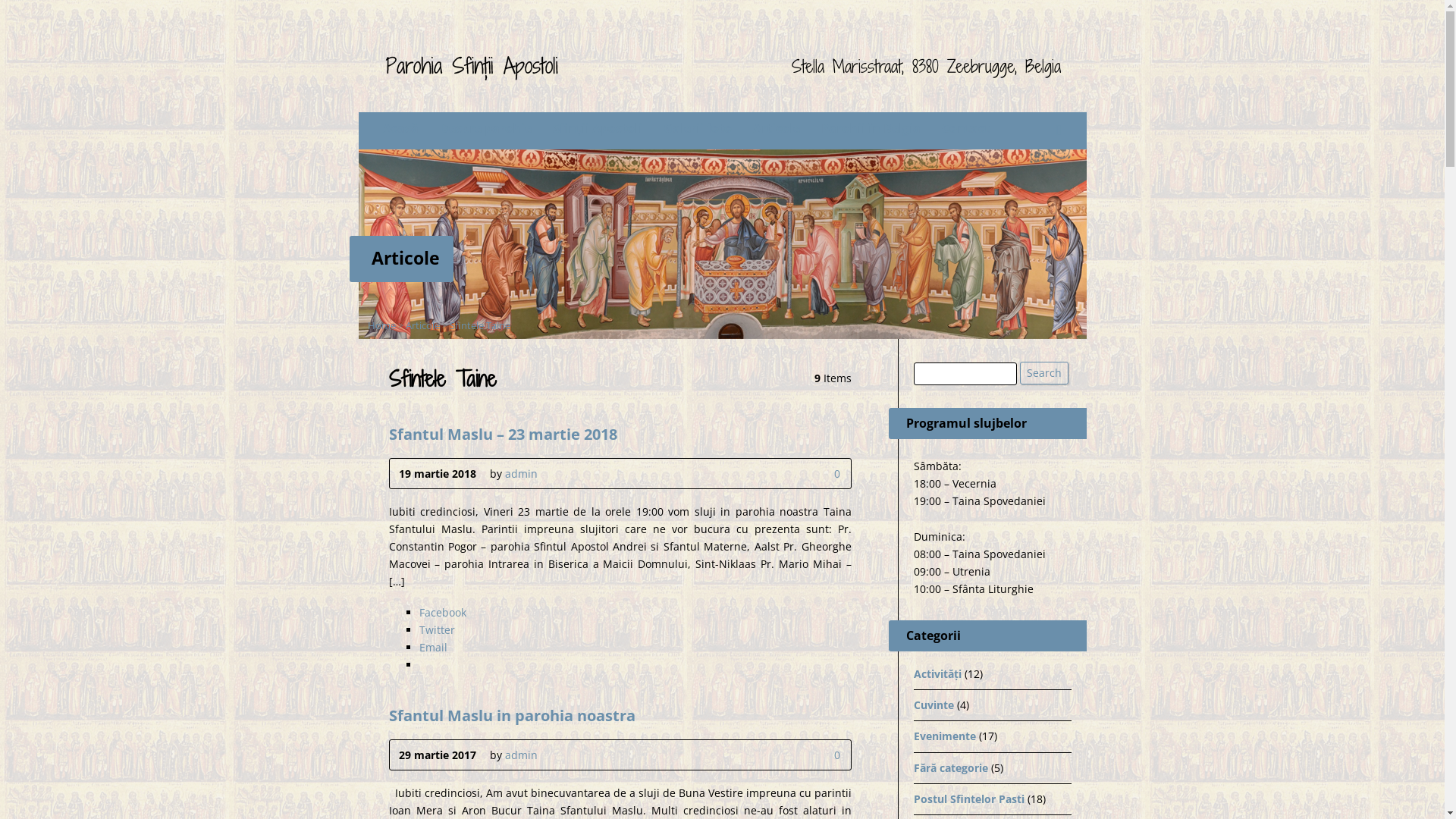 This screenshot has width=1456, height=819. I want to click on 'Postul Sfintelor Pasti', so click(967, 798).